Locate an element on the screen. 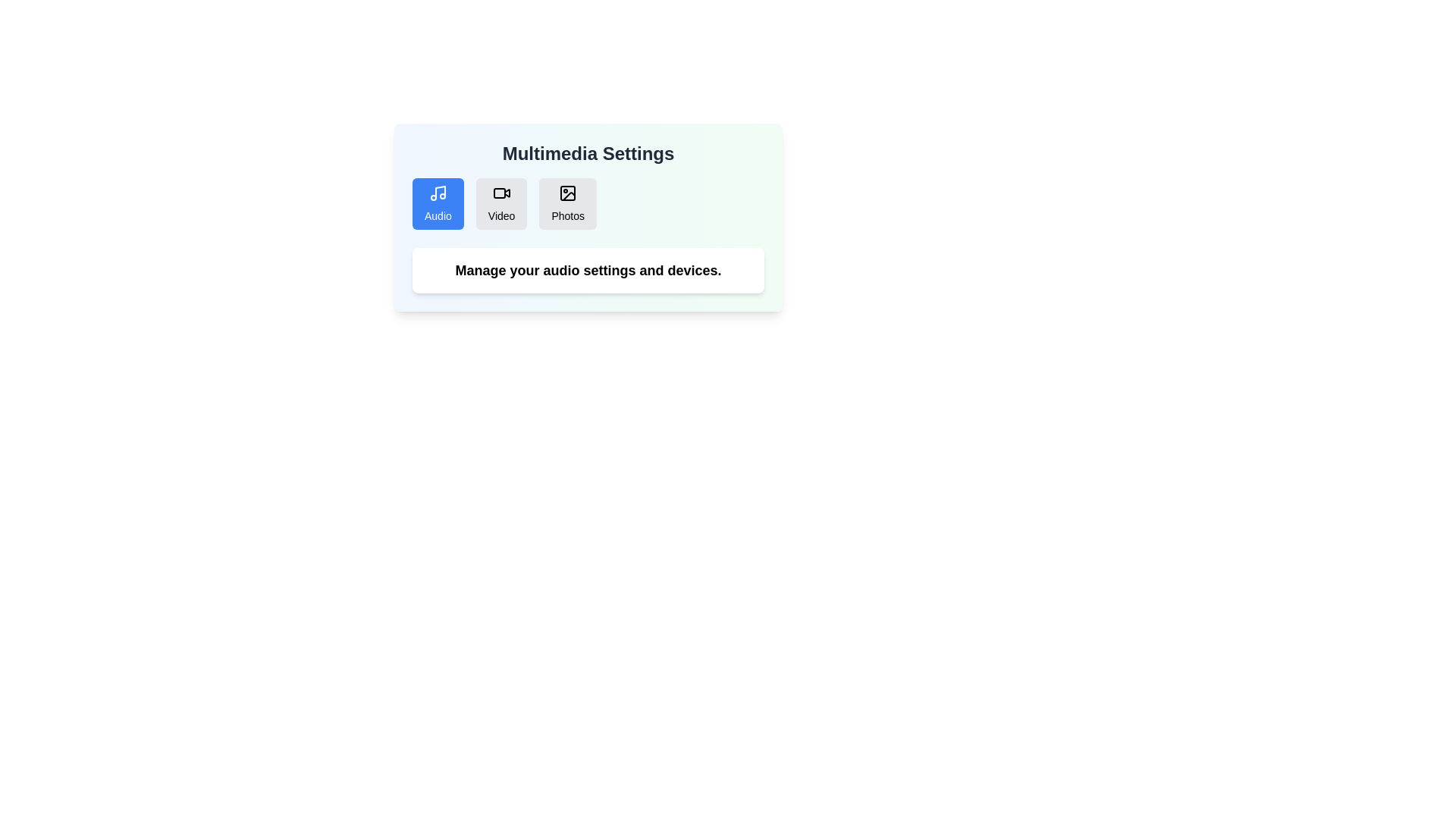 The width and height of the screenshot is (1456, 819). the 'Video' button located between the 'Audio' and 'Photos' buttons is located at coordinates (501, 203).